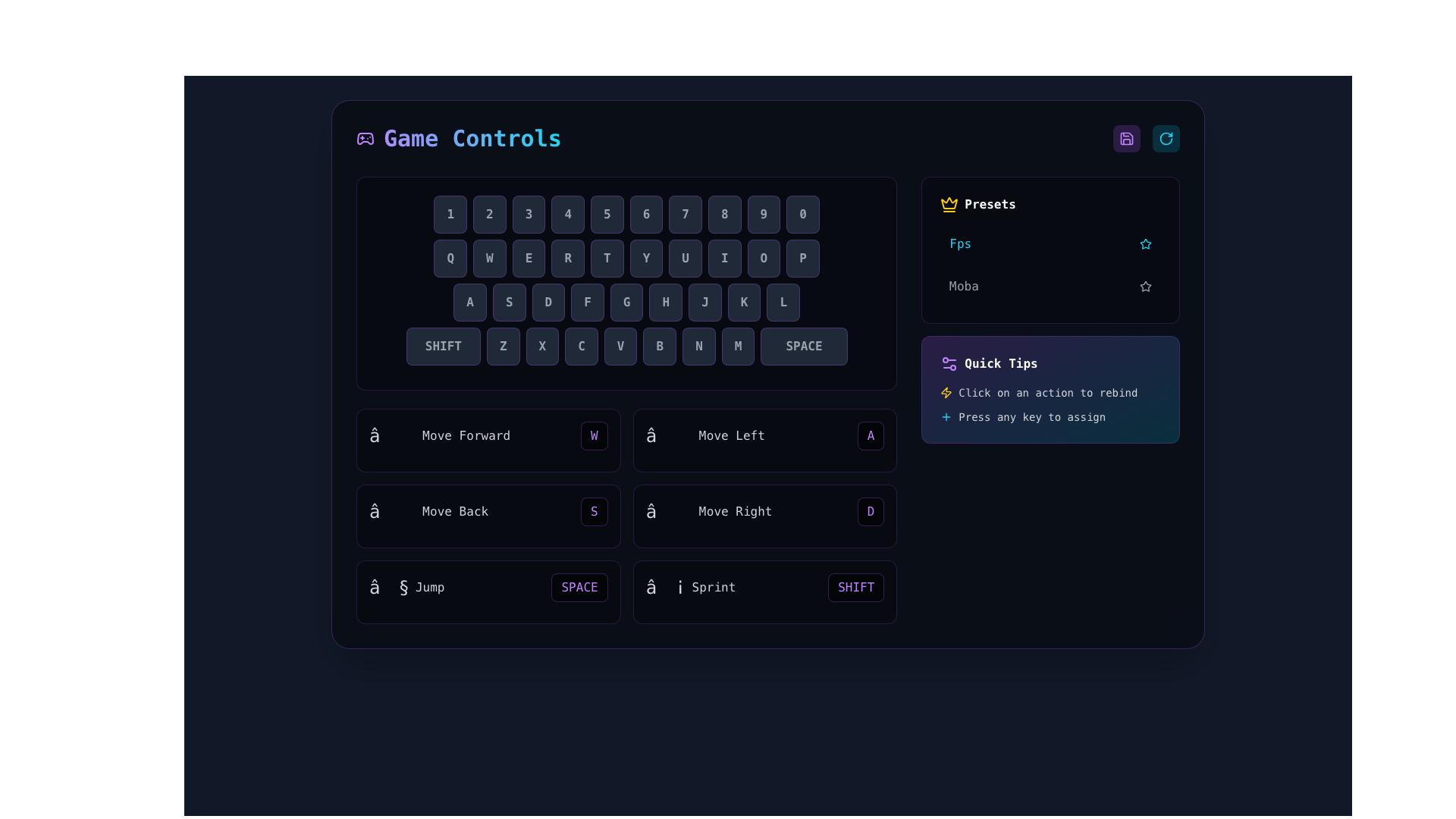 The width and height of the screenshot is (1456, 819). I want to click on the settings icon located to the far left within the 'Quick Tips' block, which precedes the text 'Quick Tips', so click(949, 363).